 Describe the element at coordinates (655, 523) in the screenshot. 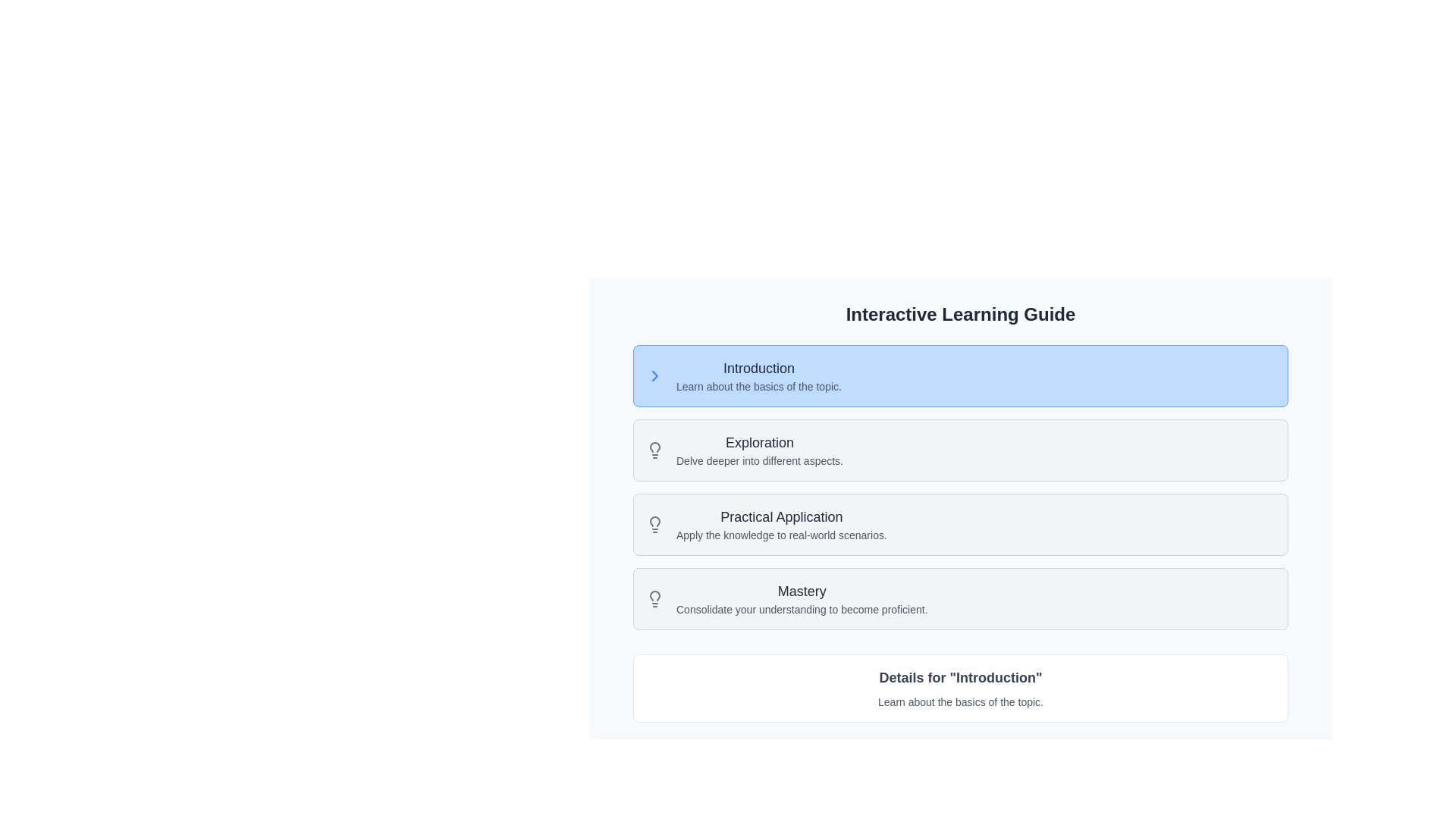

I see `the lightbulb icon associated with the 'Practical Application' card, which is the leftmost component of the card in the vertical list` at that location.